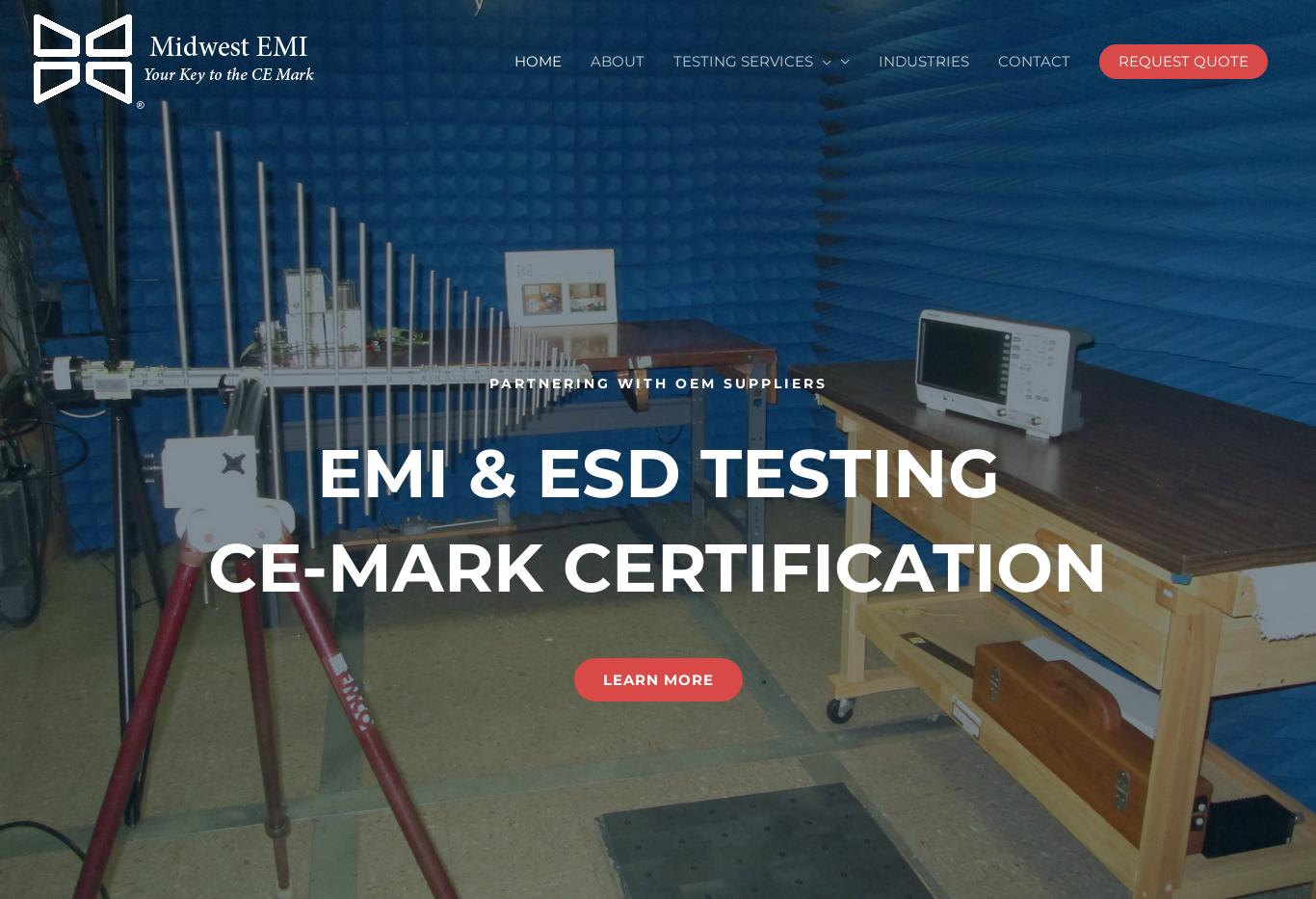 This screenshot has height=899, width=1316. I want to click on 'INDUSTRIES', so click(923, 61).